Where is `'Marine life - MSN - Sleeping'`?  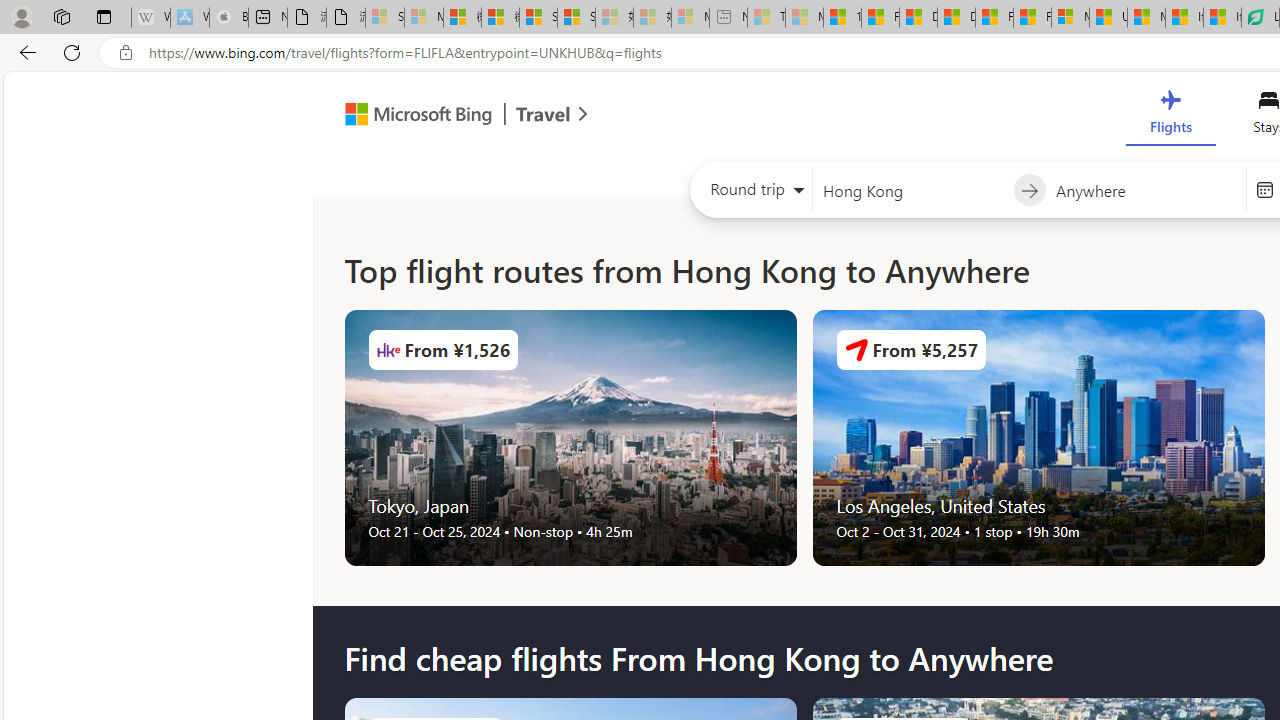
'Marine life - MSN - Sleeping' is located at coordinates (804, 17).